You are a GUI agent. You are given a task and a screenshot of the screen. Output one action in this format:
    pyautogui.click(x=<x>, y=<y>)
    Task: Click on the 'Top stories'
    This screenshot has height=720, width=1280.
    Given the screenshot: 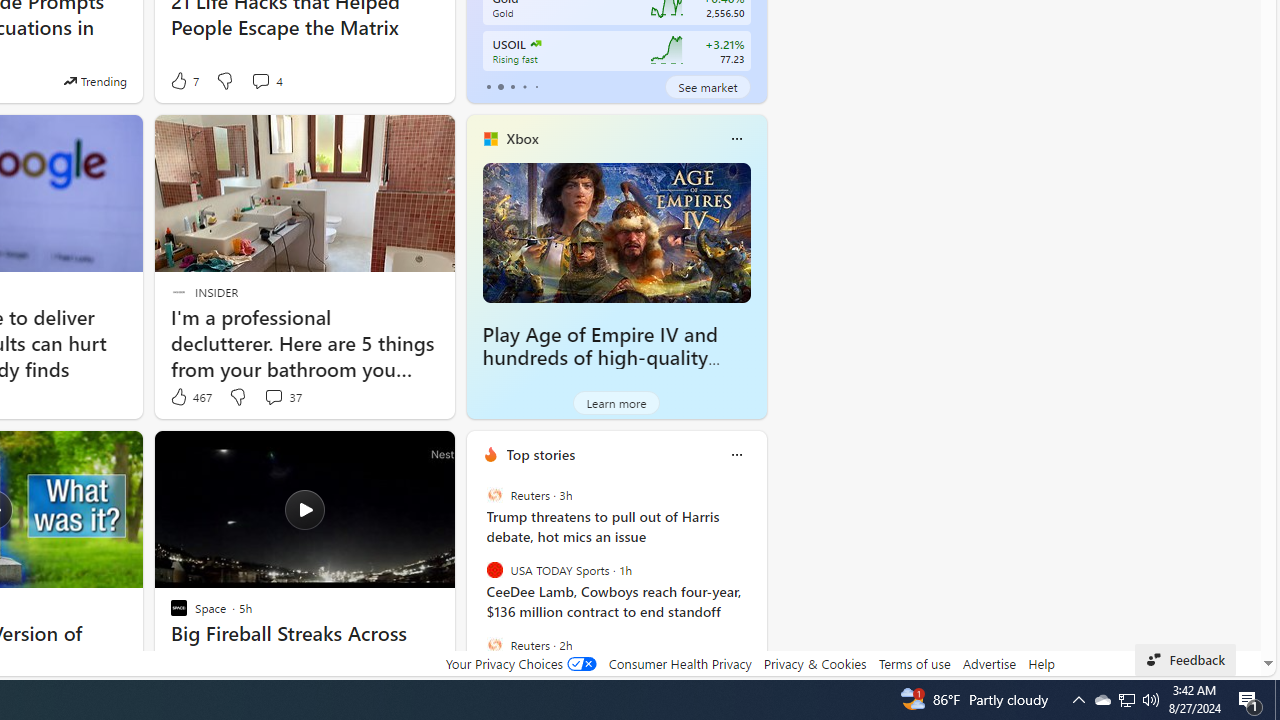 What is the action you would take?
    pyautogui.click(x=540, y=454)
    